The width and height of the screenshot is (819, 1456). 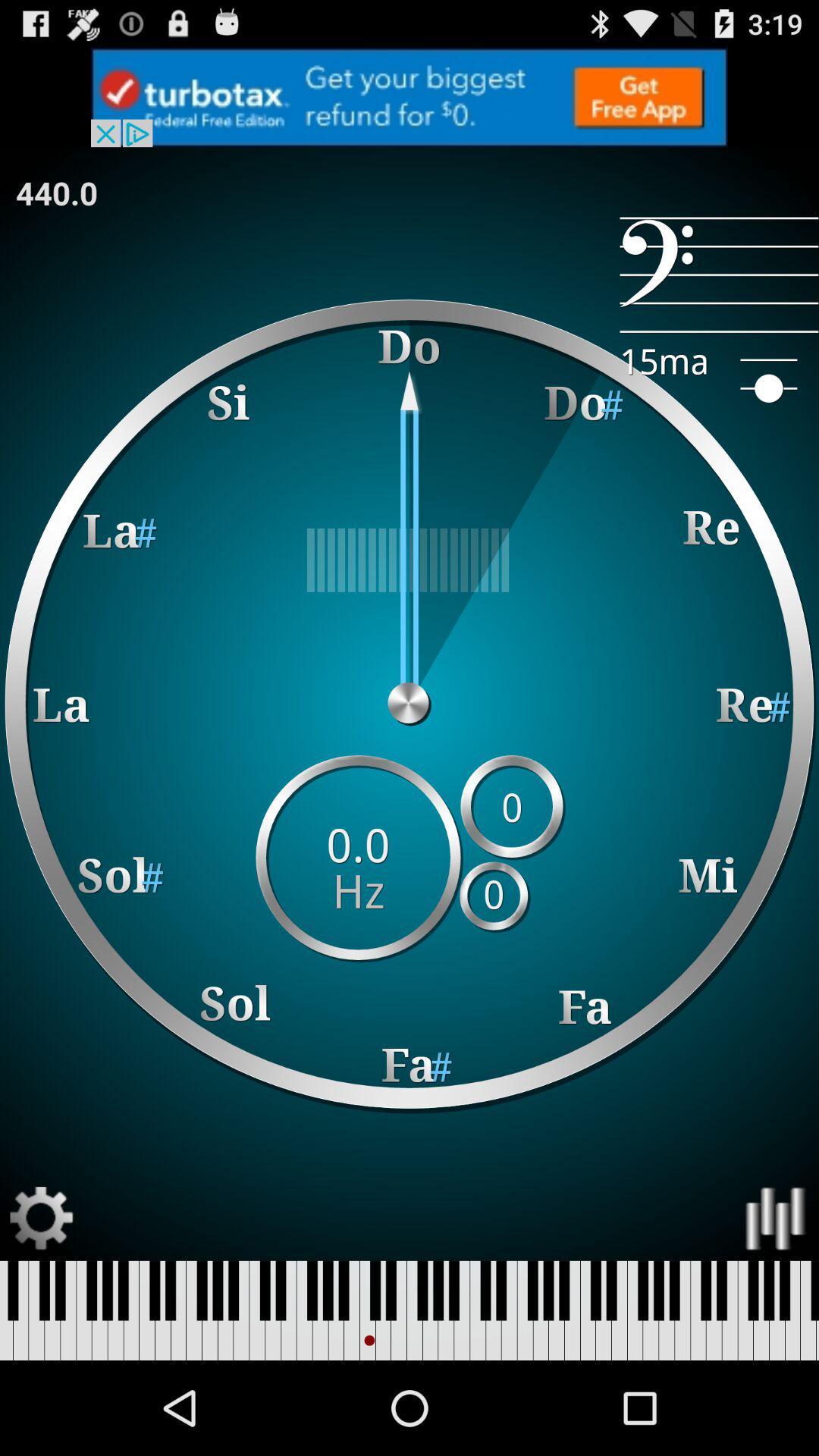 What do you see at coordinates (41, 1219) in the screenshot?
I see `open settings` at bounding box center [41, 1219].